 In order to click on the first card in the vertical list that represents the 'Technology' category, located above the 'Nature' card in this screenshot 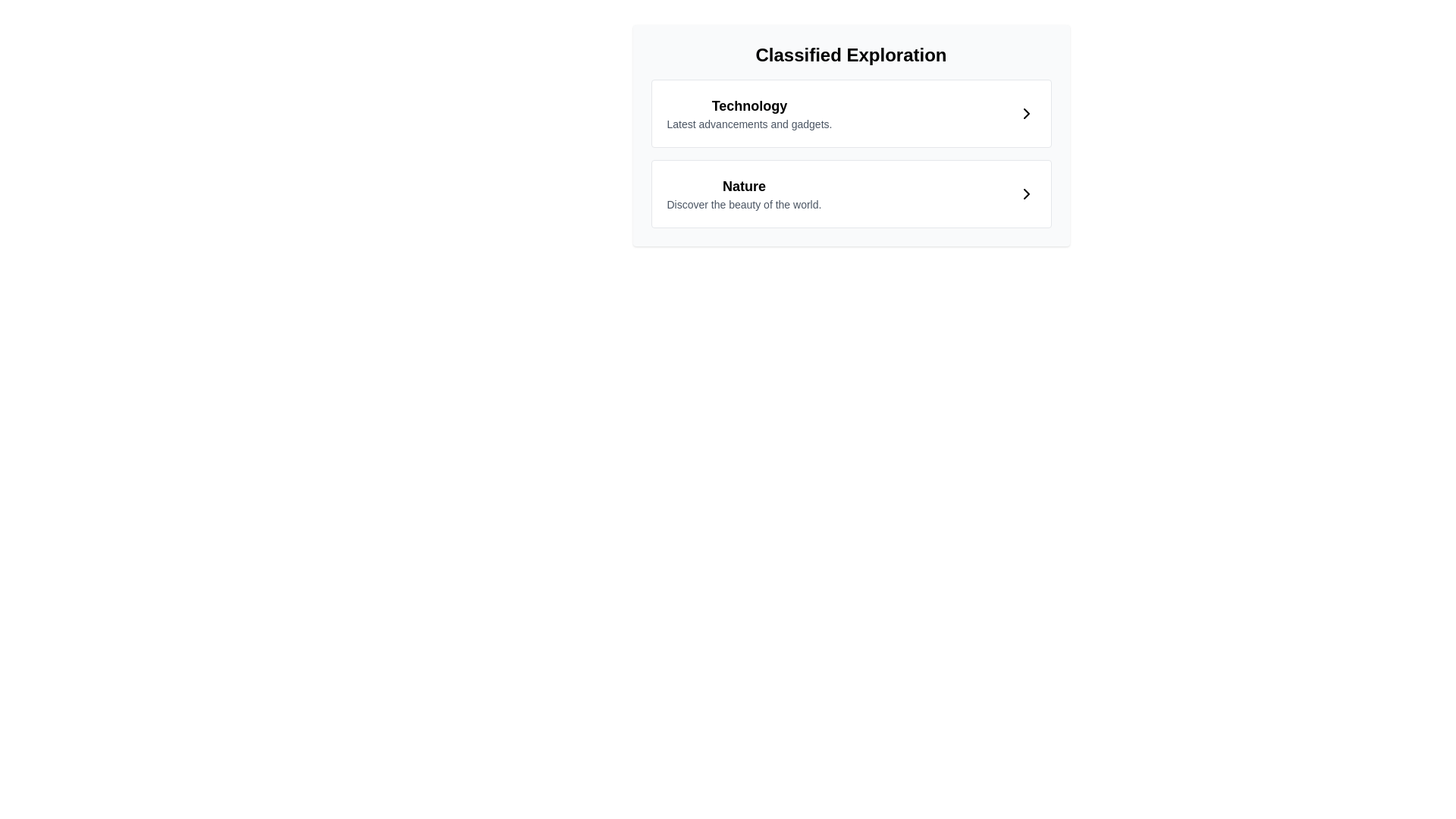, I will do `click(851, 113)`.